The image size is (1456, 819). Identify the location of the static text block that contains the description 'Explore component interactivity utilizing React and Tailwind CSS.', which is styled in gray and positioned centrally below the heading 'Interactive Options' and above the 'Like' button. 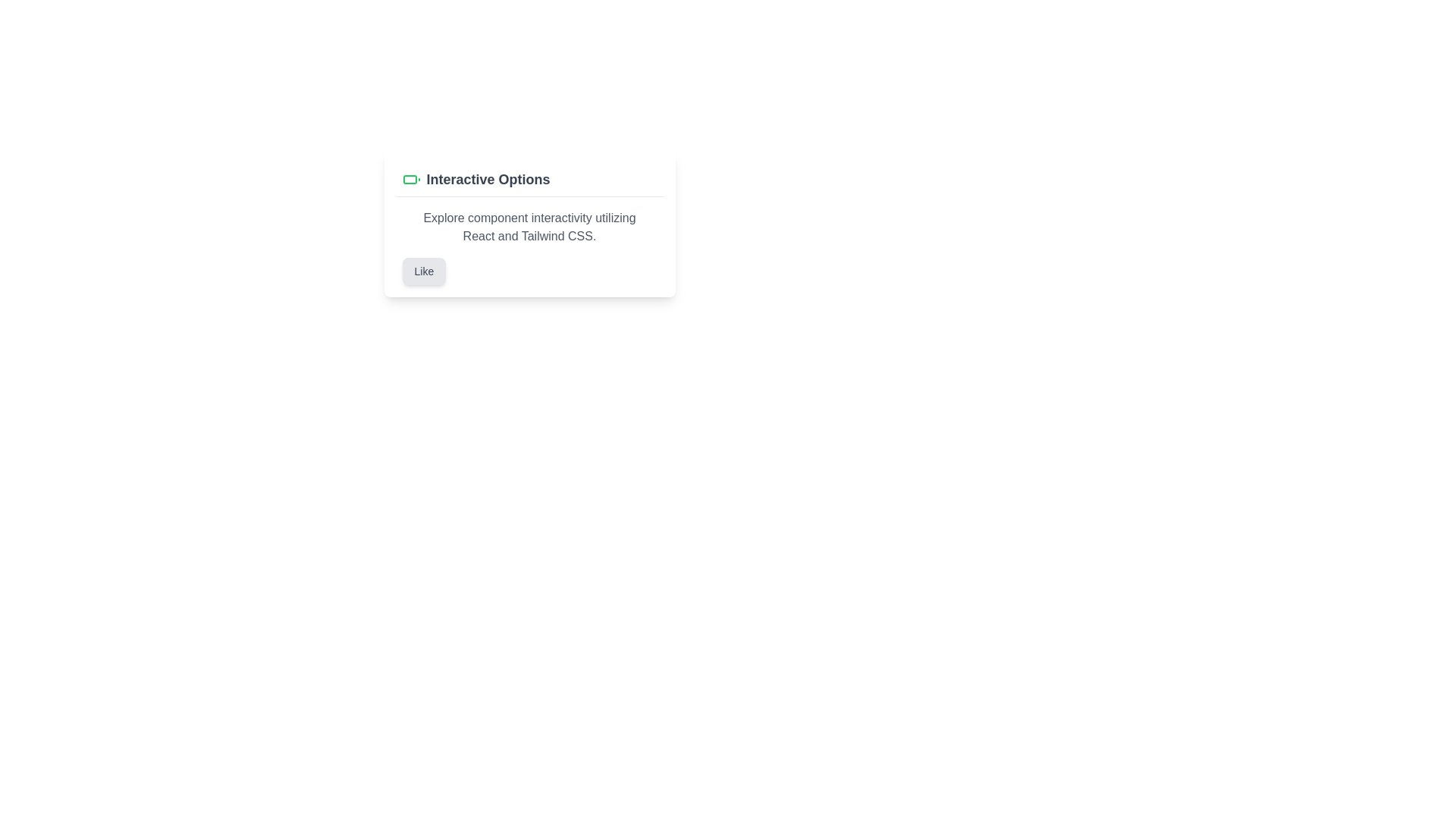
(529, 227).